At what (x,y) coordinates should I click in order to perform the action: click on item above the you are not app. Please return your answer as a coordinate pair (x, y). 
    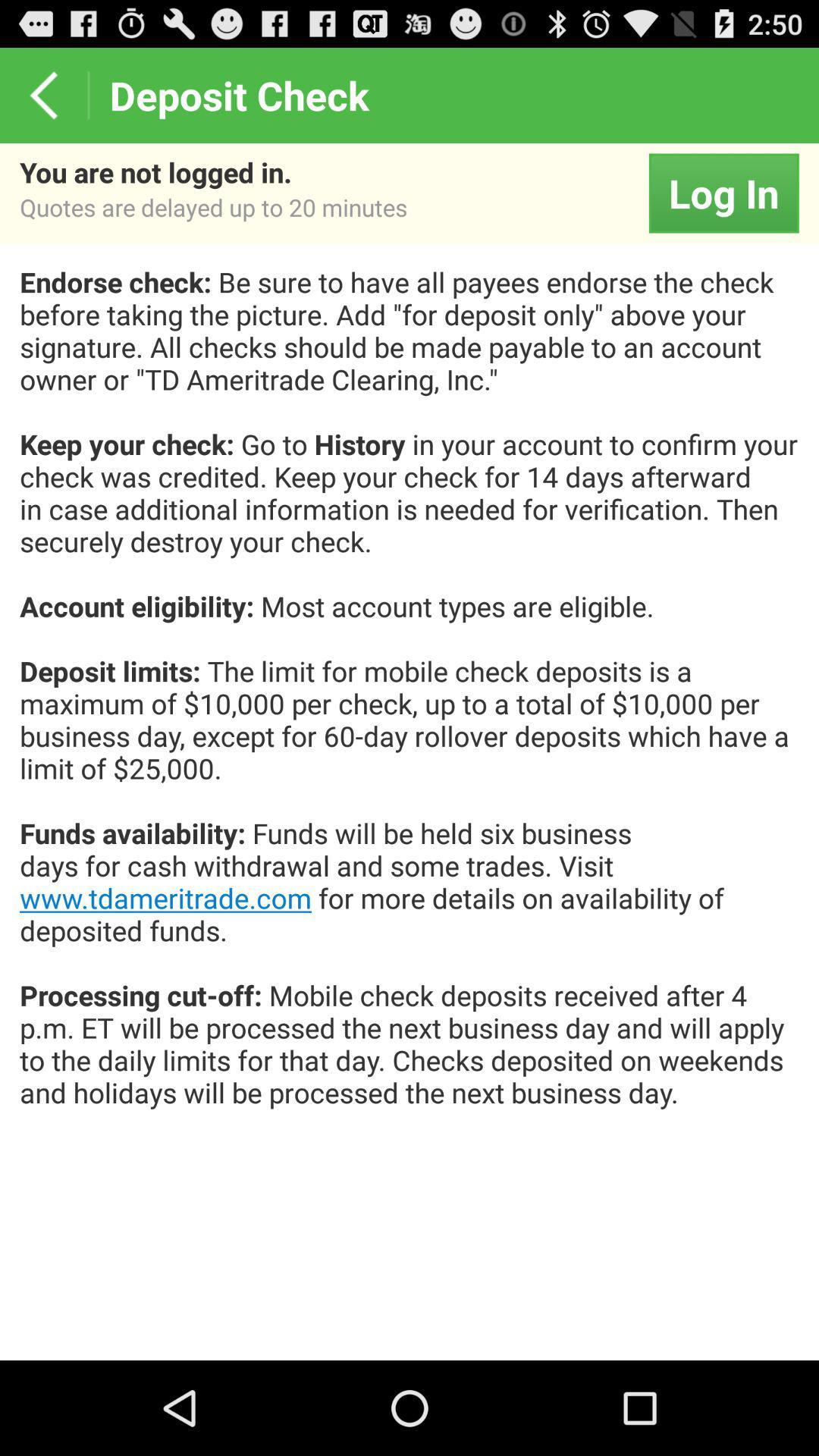
    Looking at the image, I should click on (42, 94).